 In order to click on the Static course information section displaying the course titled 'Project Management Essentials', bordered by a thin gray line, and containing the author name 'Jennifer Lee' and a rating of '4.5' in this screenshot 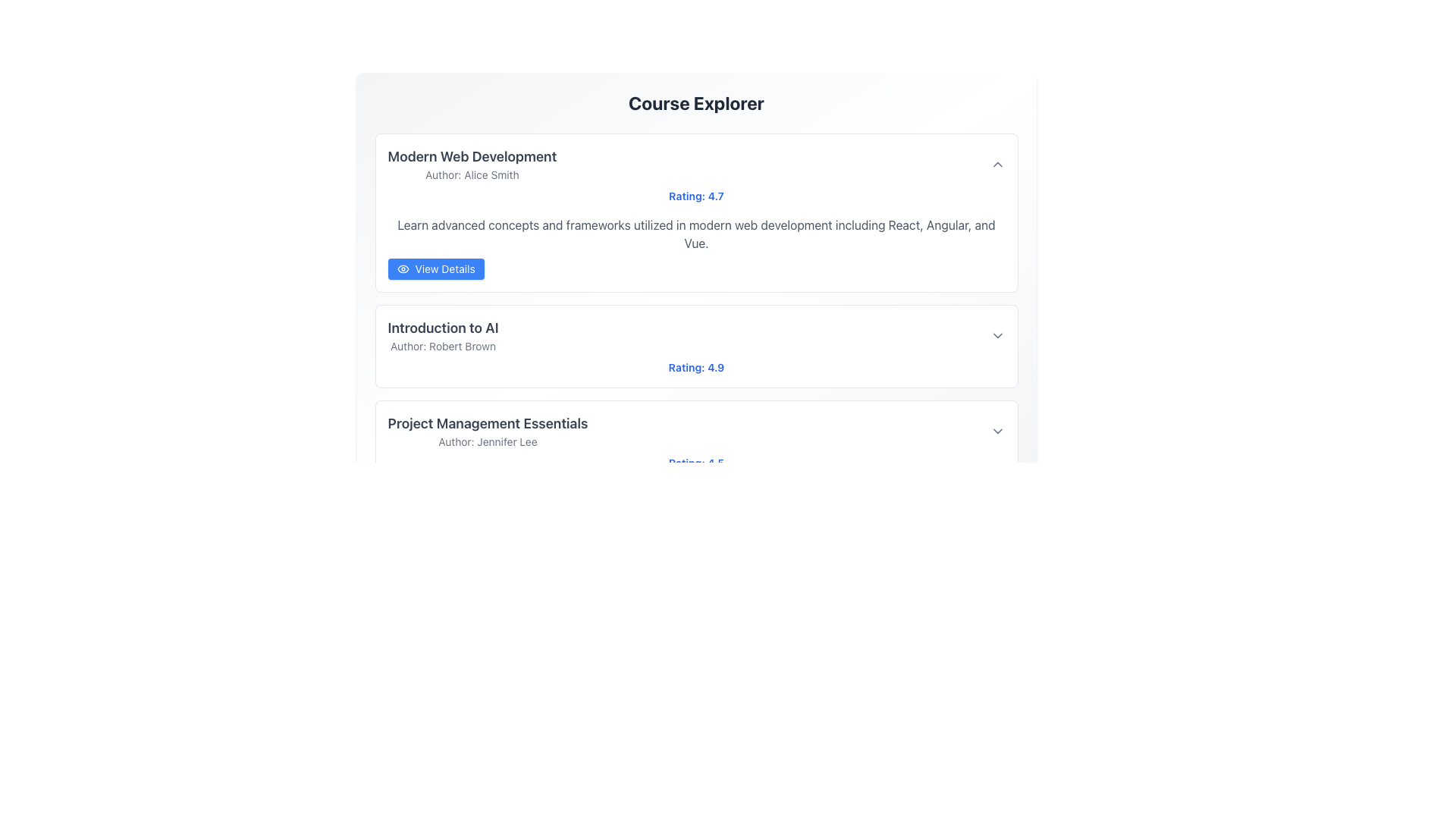, I will do `click(695, 441)`.